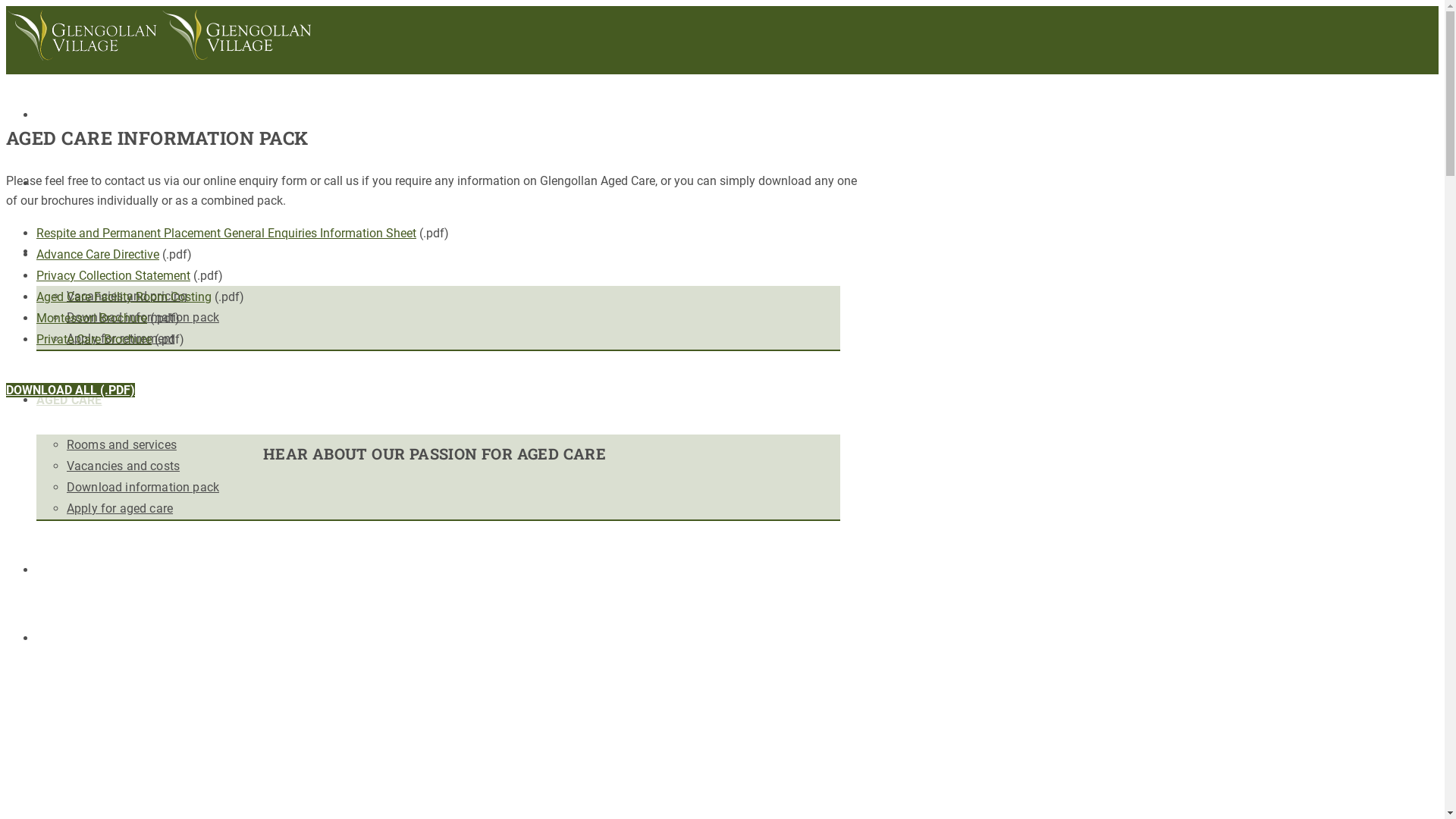 The image size is (1456, 819). I want to click on 'Advance Care Directive', so click(97, 253).